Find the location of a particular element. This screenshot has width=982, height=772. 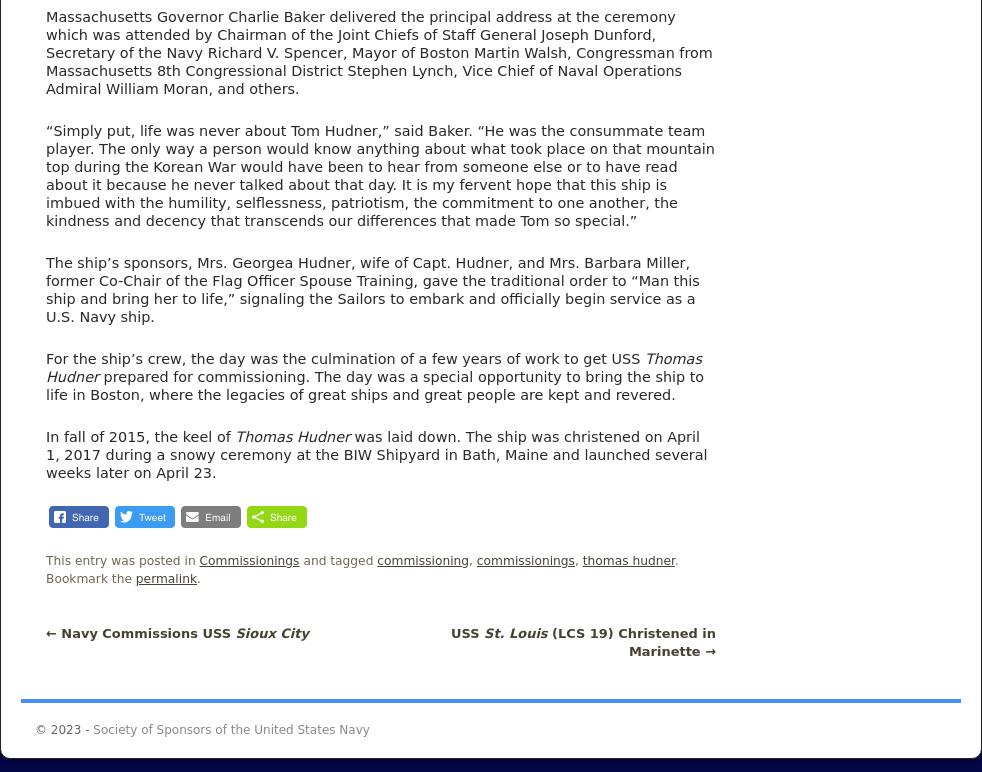

'prepared for commissioning. The day was a special opportunity to bring the ship to life in Boston, where the legacies of great ships and great people are kept and revered.' is located at coordinates (44, 383).